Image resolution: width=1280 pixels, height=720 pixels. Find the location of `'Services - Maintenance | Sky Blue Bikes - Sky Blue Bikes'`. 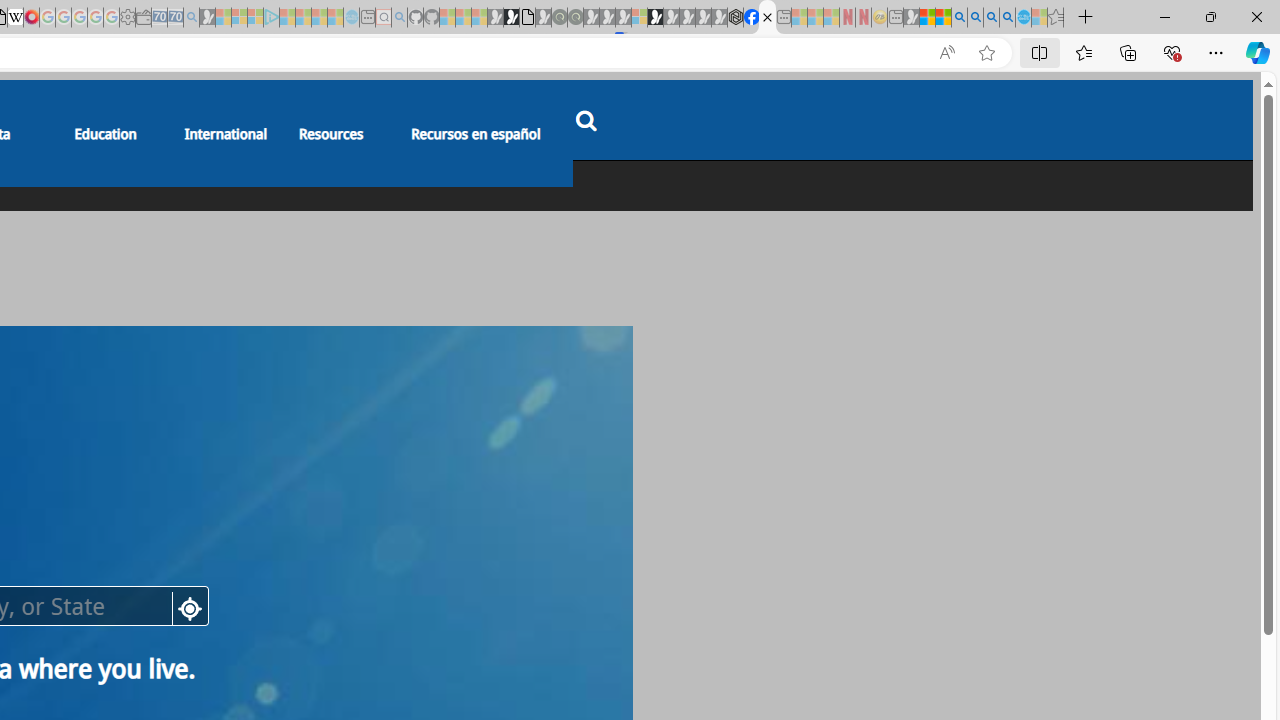

'Services - Maintenance | Sky Blue Bikes - Sky Blue Bikes' is located at coordinates (1023, 17).